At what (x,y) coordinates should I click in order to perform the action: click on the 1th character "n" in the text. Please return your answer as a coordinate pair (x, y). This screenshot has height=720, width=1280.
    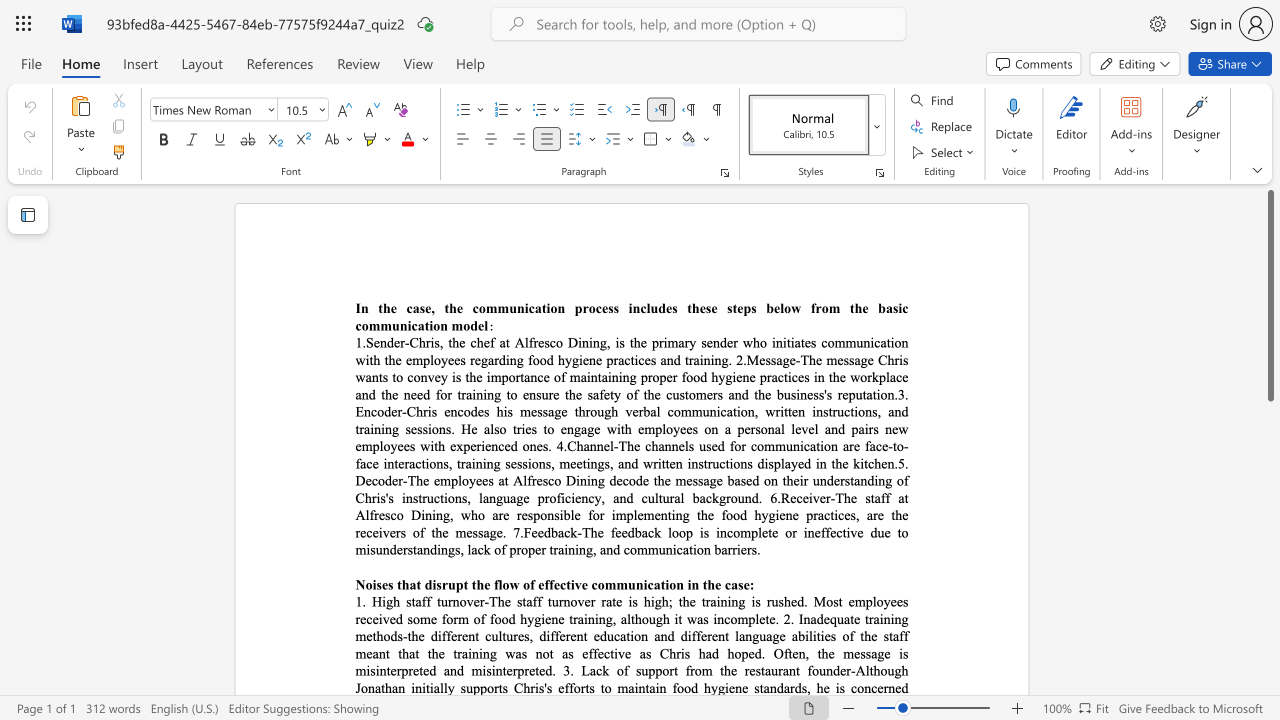
    Looking at the image, I should click on (593, 377).